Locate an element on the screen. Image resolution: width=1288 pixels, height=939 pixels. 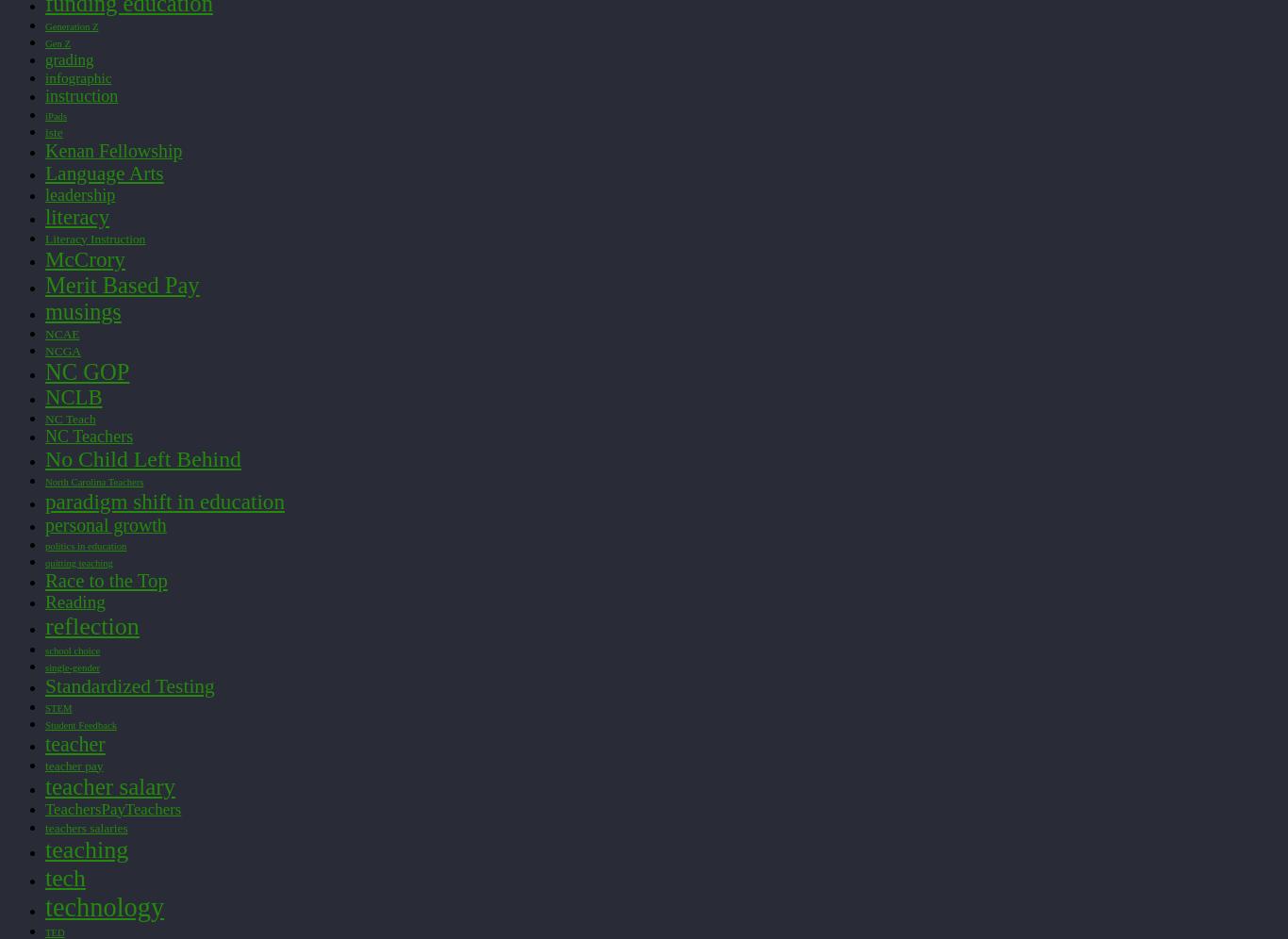
'instruction' is located at coordinates (44, 94).